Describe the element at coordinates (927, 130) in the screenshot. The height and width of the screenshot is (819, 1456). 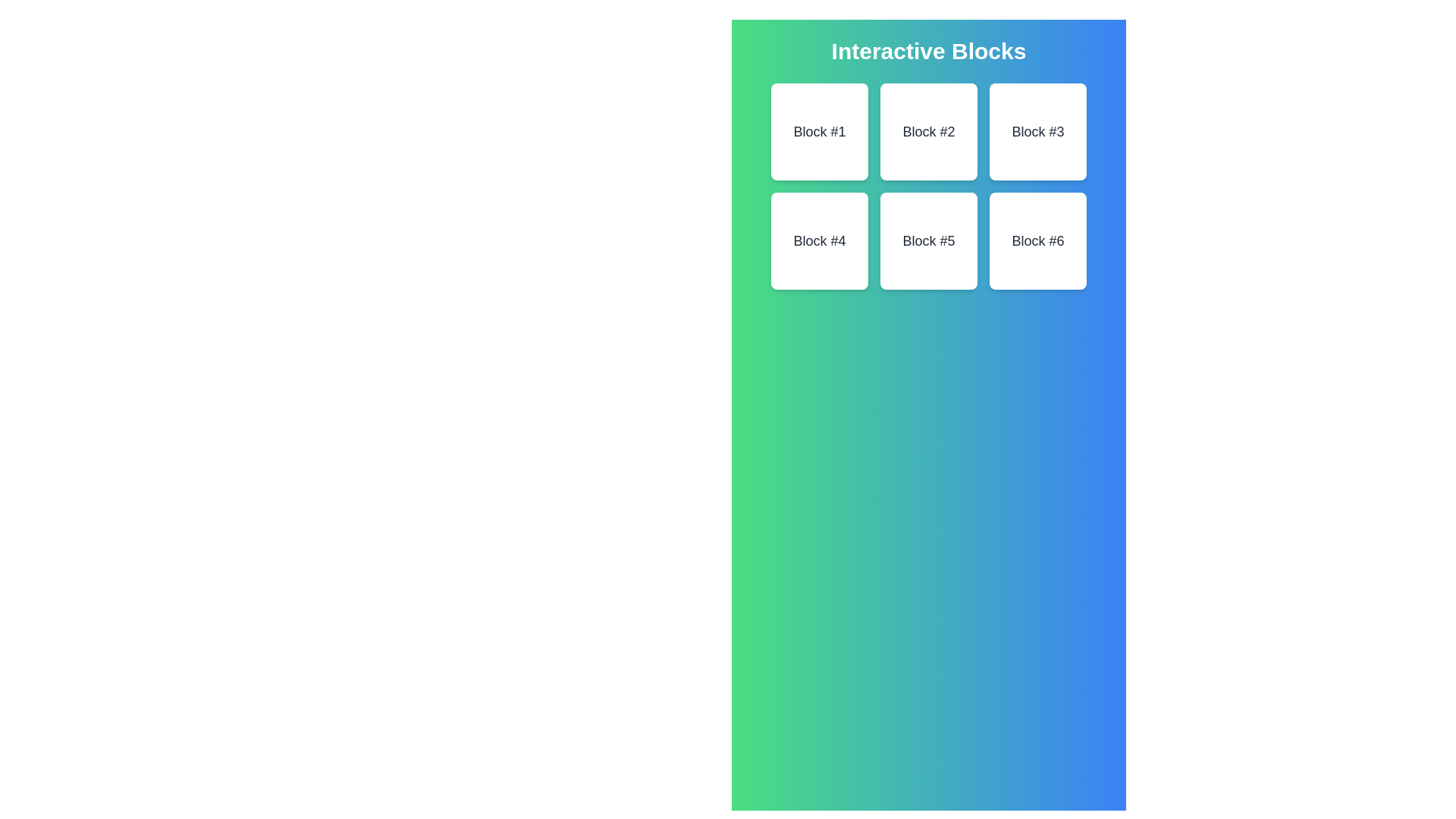
I see `text label that identifies the second block as 'Block #2', which is centered in the top row of a 3x2 grid layout` at that location.